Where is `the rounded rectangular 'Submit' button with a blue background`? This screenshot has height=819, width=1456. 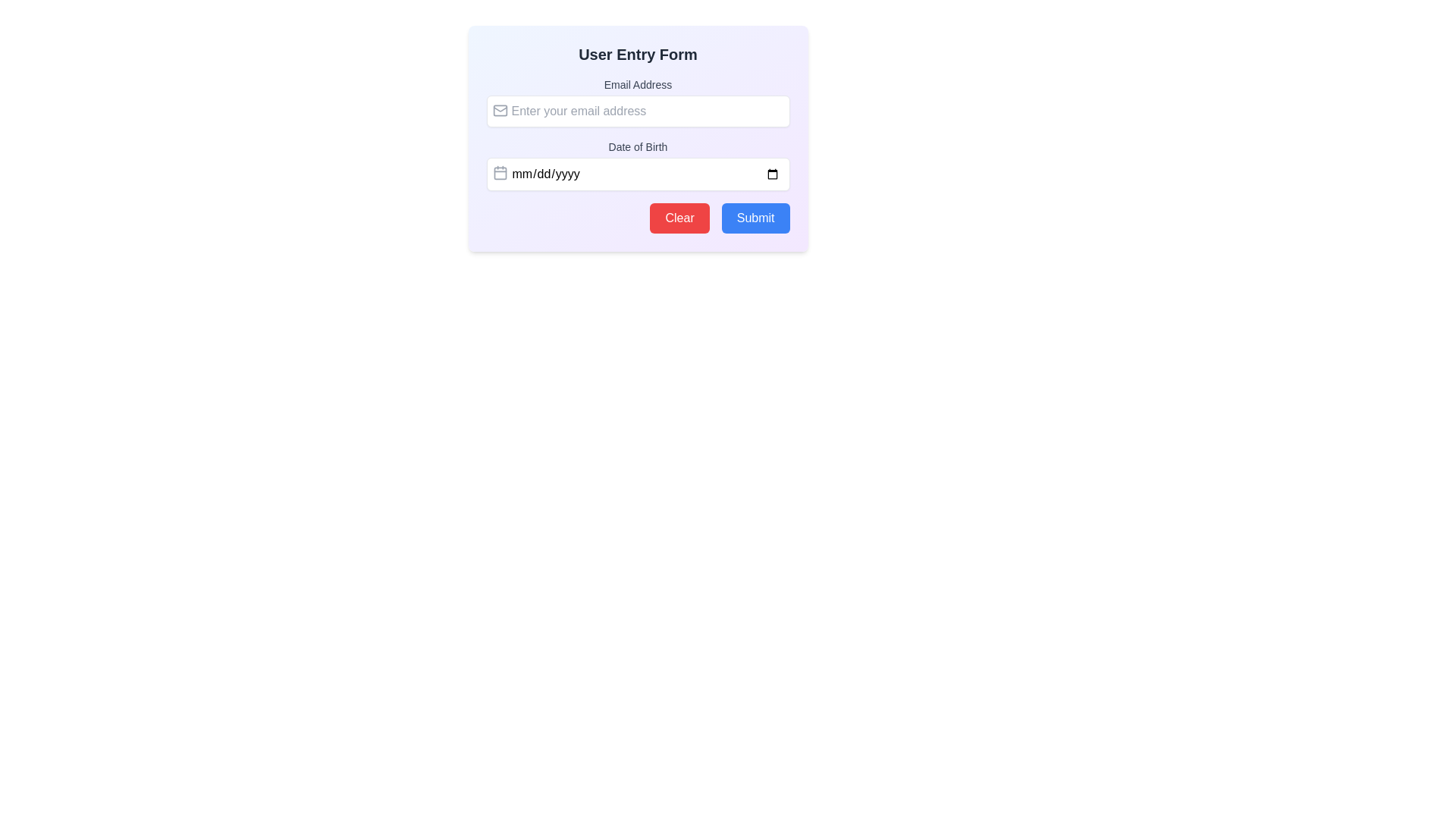 the rounded rectangular 'Submit' button with a blue background is located at coordinates (755, 218).